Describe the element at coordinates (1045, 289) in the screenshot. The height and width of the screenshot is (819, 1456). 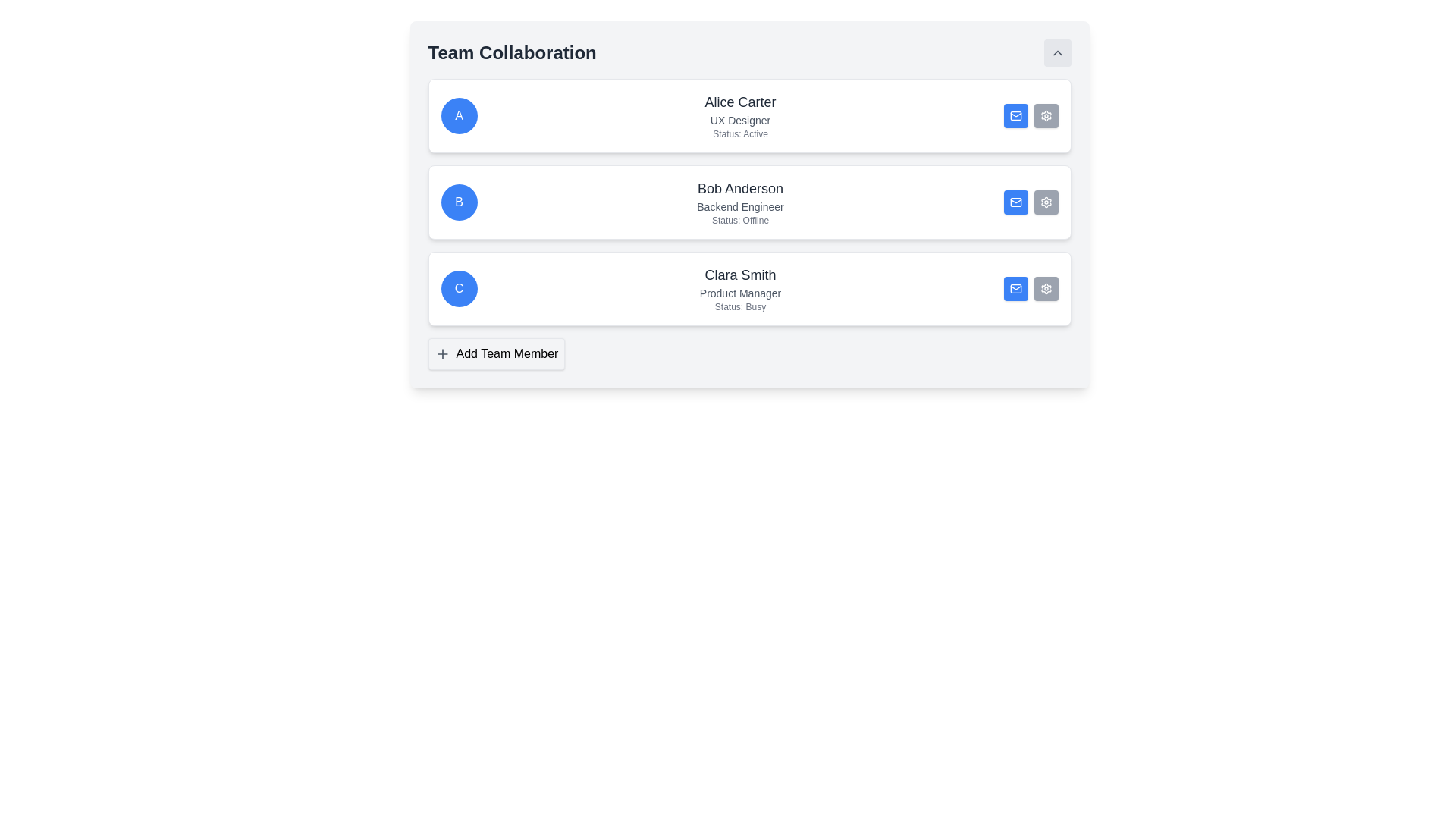
I see `the settings icon located to the right of the 'Clara Smith' entry` at that location.